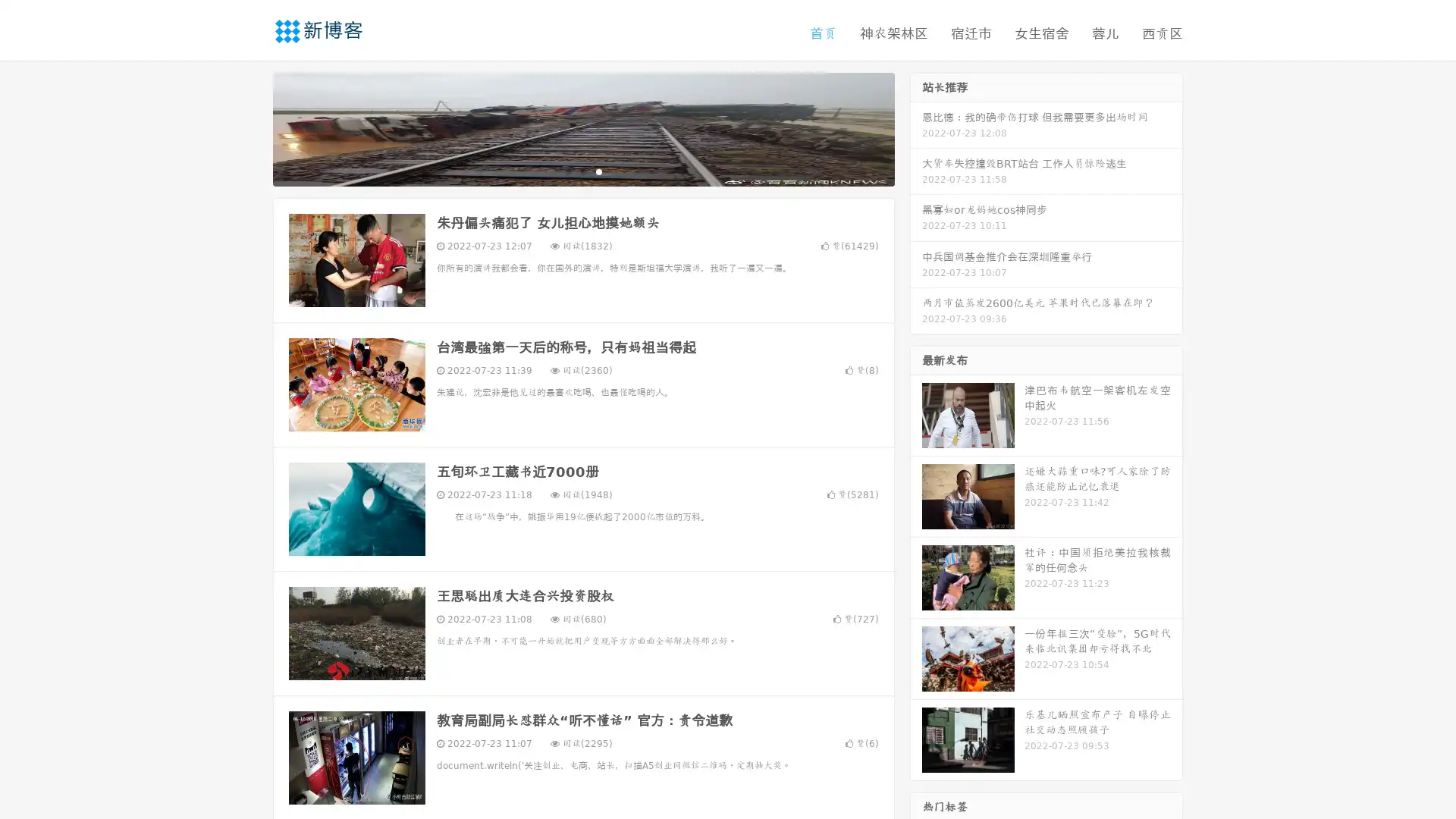 The height and width of the screenshot is (819, 1456). Describe the element at coordinates (582, 171) in the screenshot. I see `Go to slide 2` at that location.